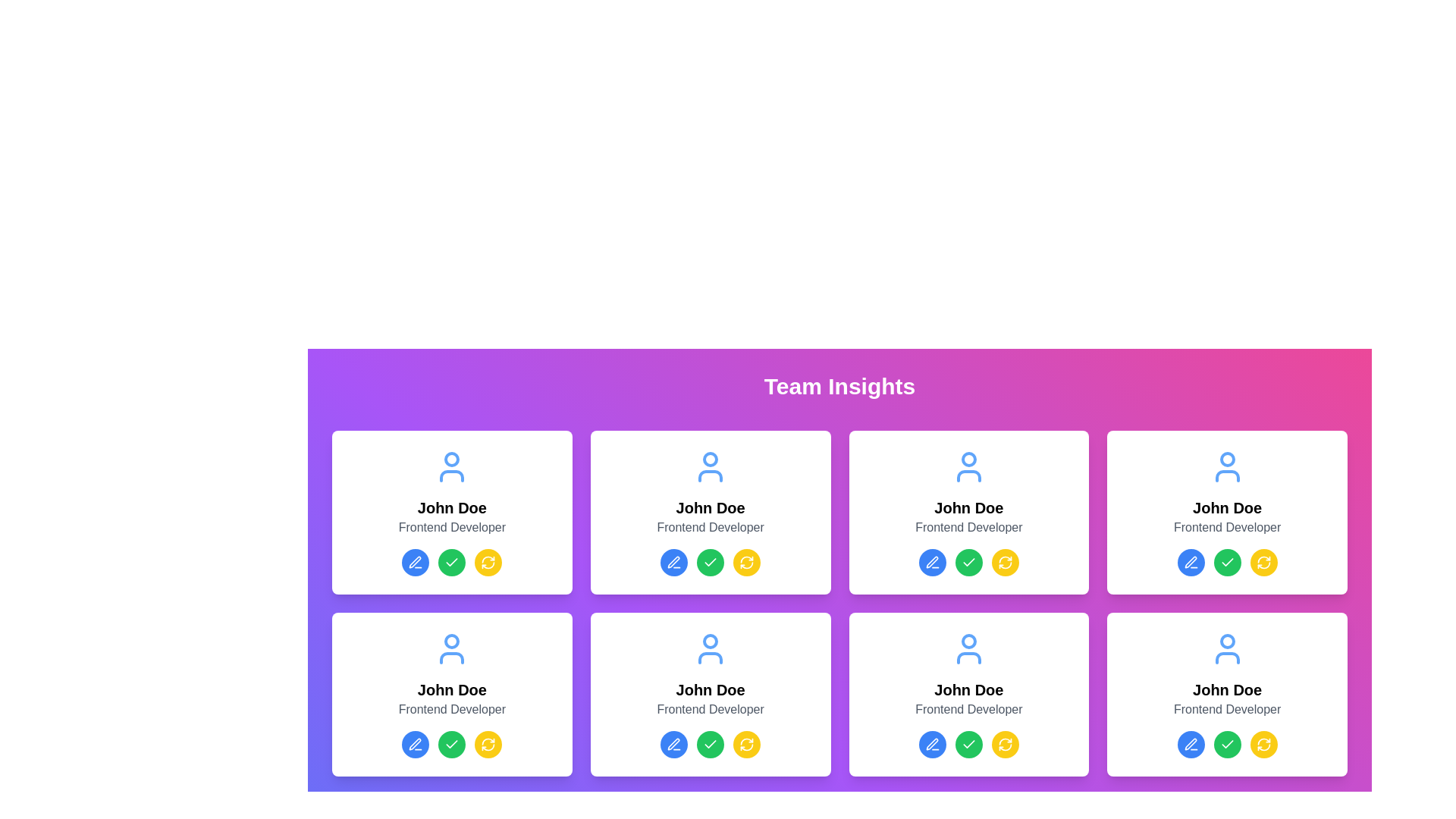  Describe the element at coordinates (416, 744) in the screenshot. I see `the circular blue button with a white pen icon, located at the bottom-left of the user card in the second row and first column of the grid, to enable keyboard interaction` at that location.